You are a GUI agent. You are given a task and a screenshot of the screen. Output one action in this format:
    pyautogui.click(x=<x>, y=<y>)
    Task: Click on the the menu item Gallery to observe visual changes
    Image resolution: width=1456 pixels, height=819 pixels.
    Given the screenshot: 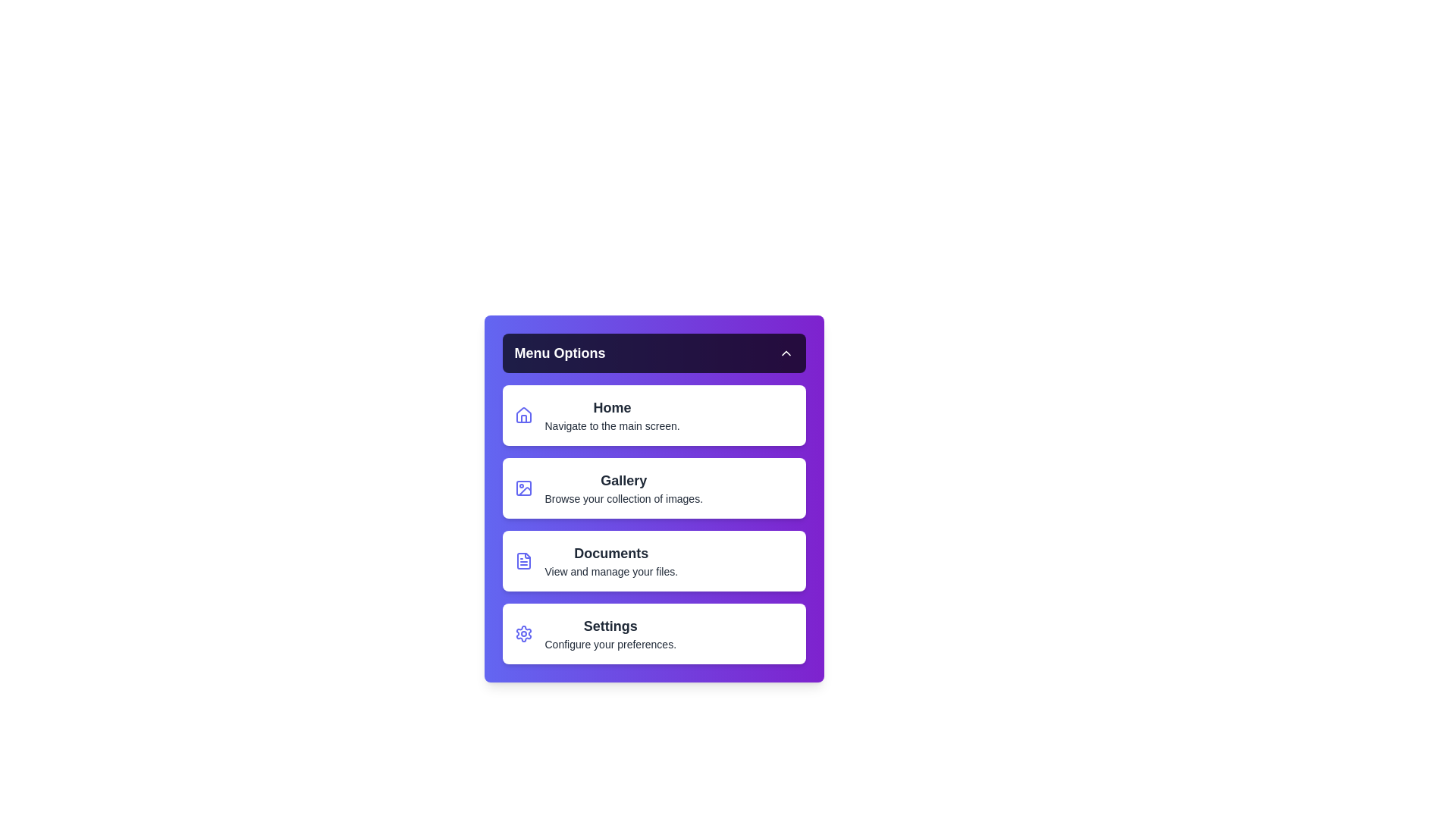 What is the action you would take?
    pyautogui.click(x=654, y=488)
    